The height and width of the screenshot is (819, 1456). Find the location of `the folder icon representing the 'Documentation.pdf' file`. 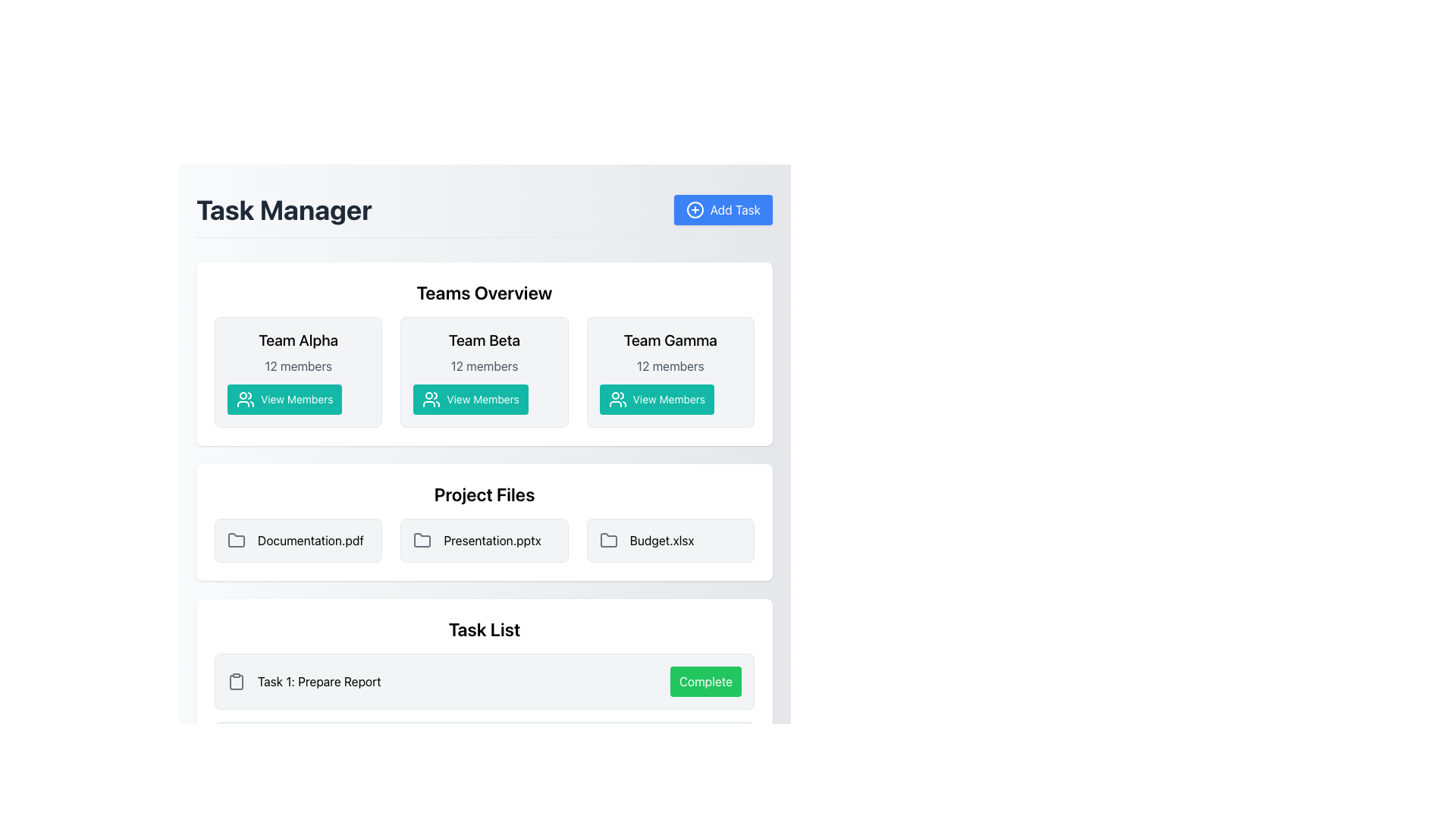

the folder icon representing the 'Documentation.pdf' file is located at coordinates (236, 540).